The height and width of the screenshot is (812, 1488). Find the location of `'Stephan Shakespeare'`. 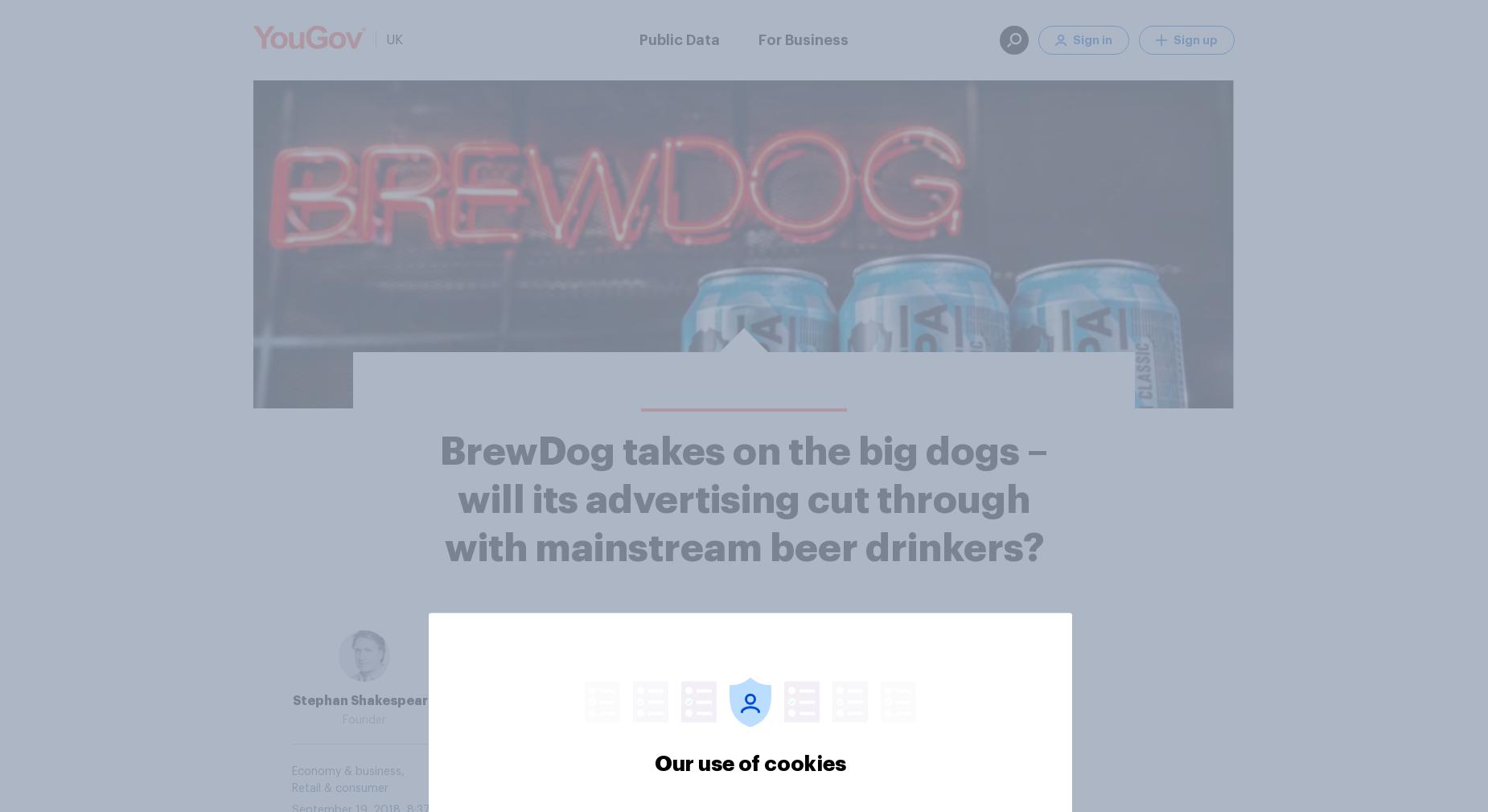

'Stephan Shakespeare' is located at coordinates (364, 701).